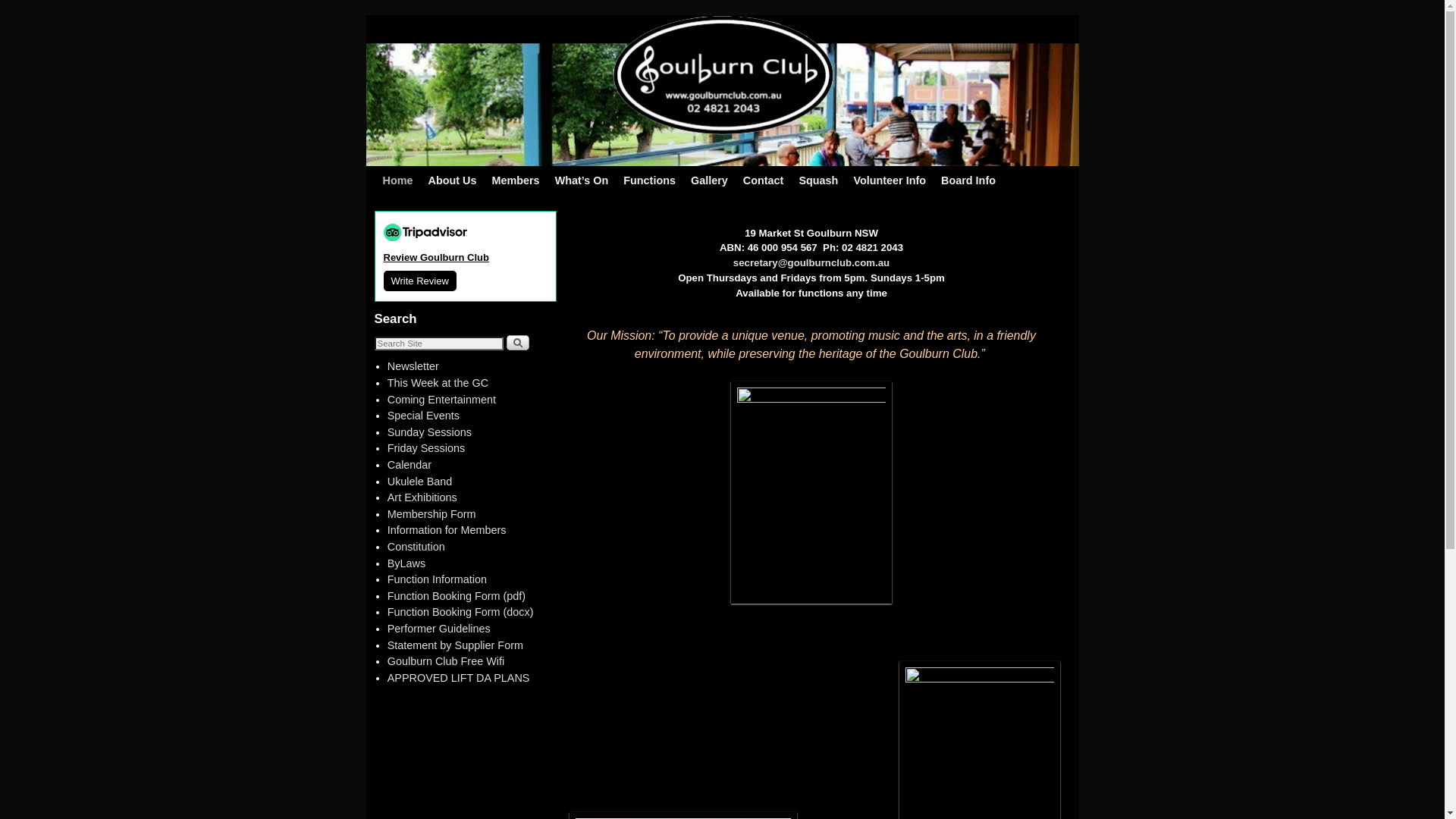 This screenshot has height=819, width=1456. Describe the element at coordinates (431, 513) in the screenshot. I see `'Membership Form'` at that location.